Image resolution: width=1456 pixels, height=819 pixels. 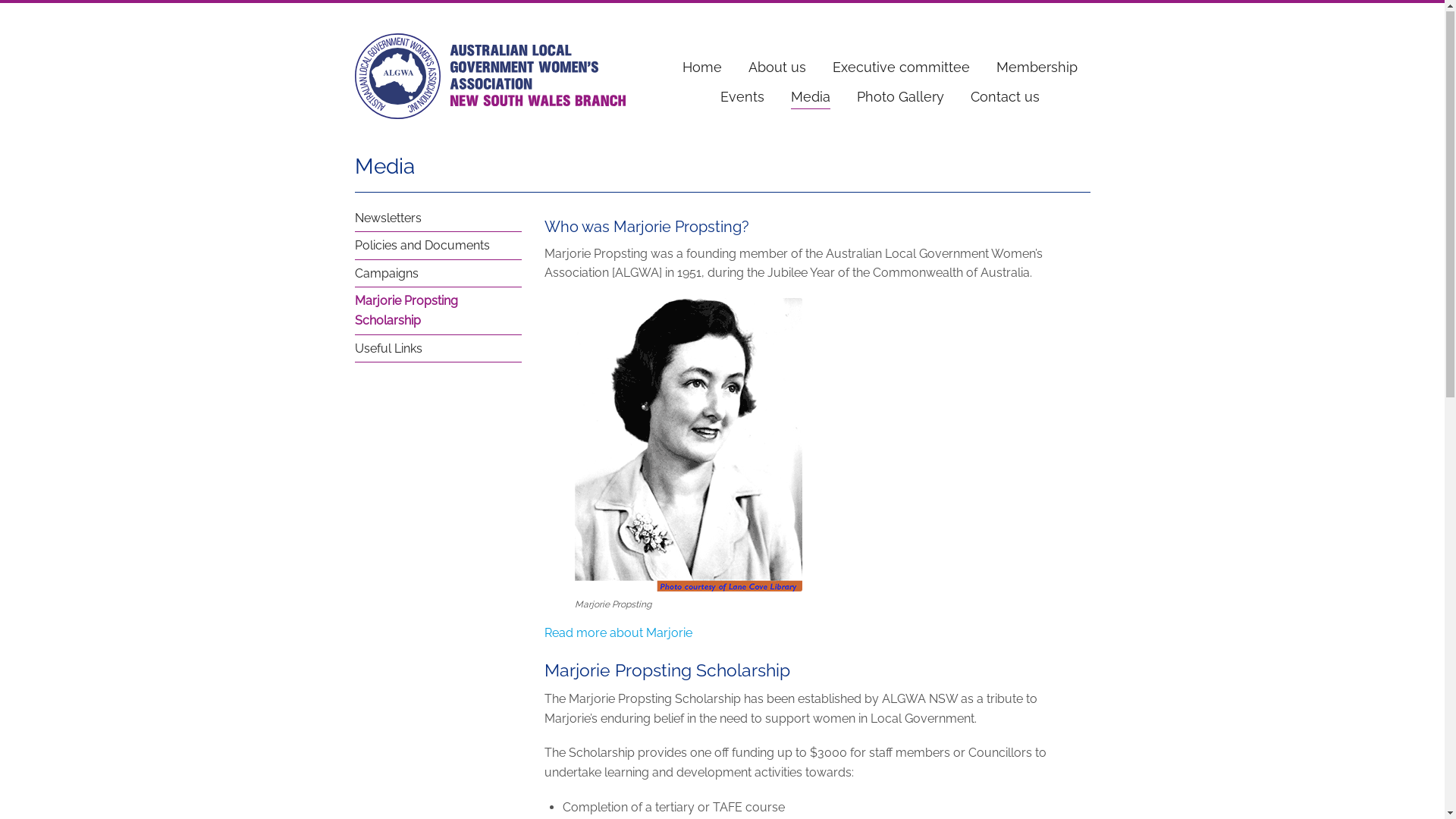 What do you see at coordinates (437, 245) in the screenshot?
I see `'Policies and Documents'` at bounding box center [437, 245].